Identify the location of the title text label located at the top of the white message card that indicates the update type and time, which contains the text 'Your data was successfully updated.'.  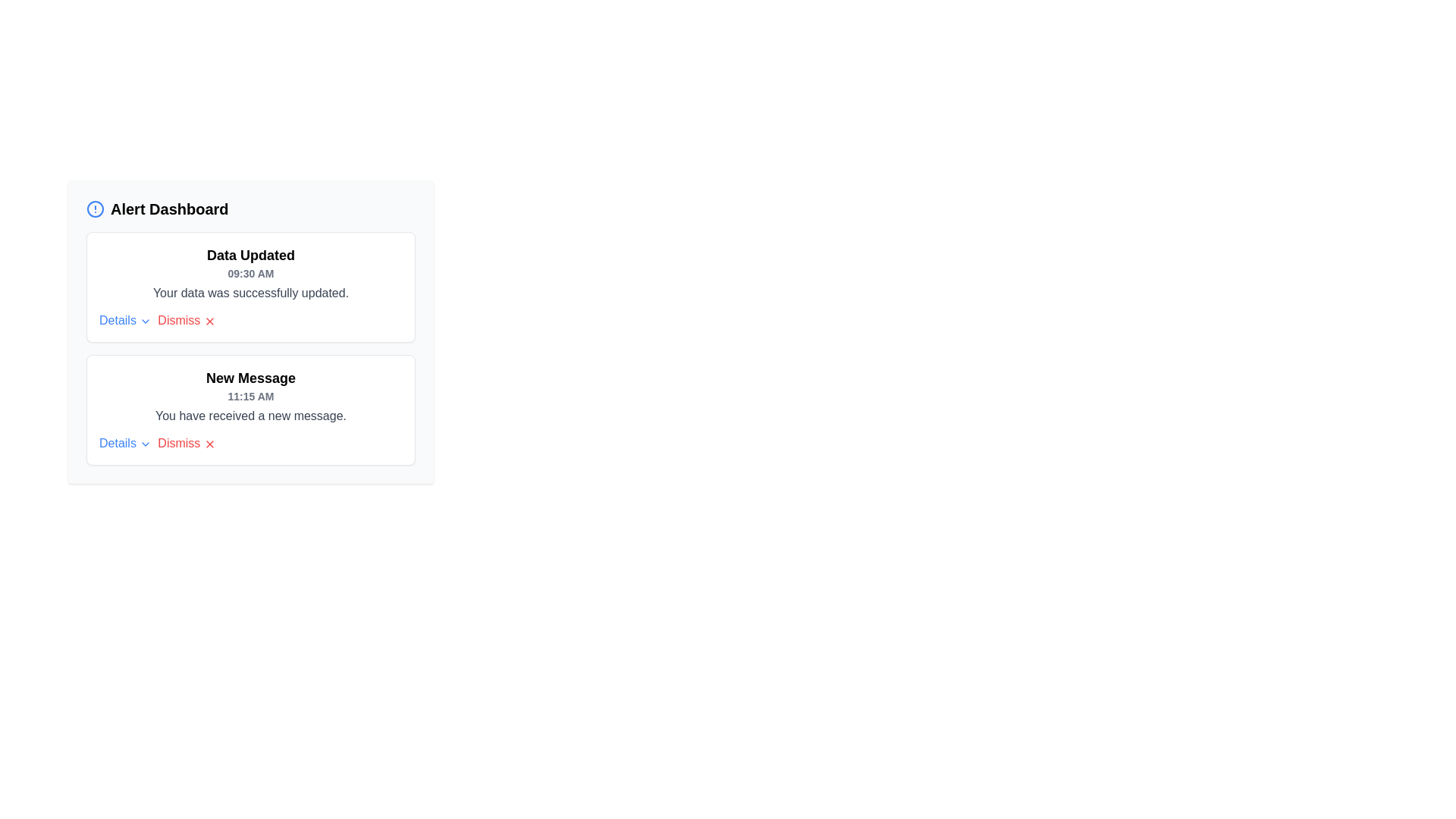
(251, 262).